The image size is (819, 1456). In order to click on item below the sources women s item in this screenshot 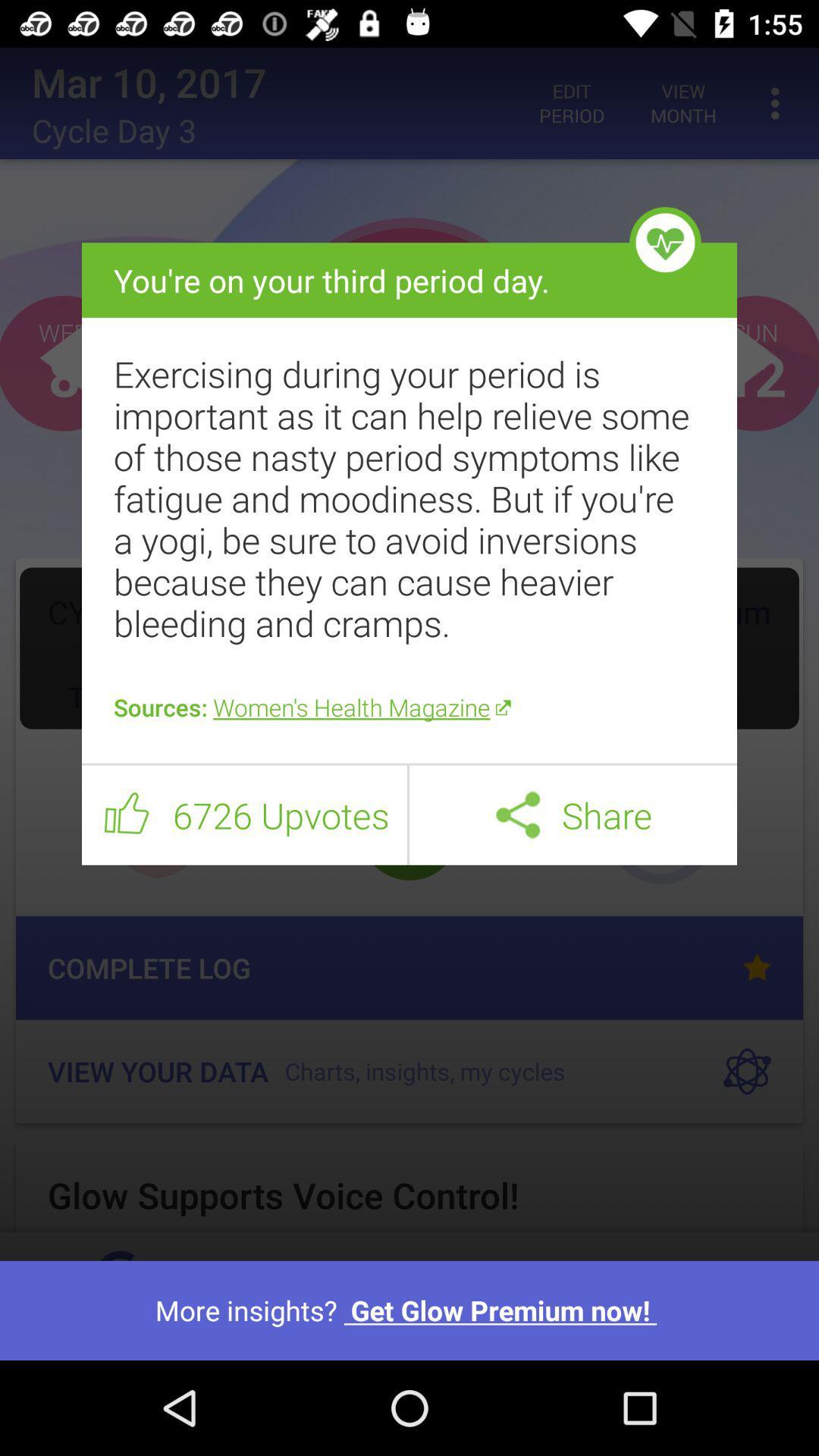, I will do `click(409, 764)`.